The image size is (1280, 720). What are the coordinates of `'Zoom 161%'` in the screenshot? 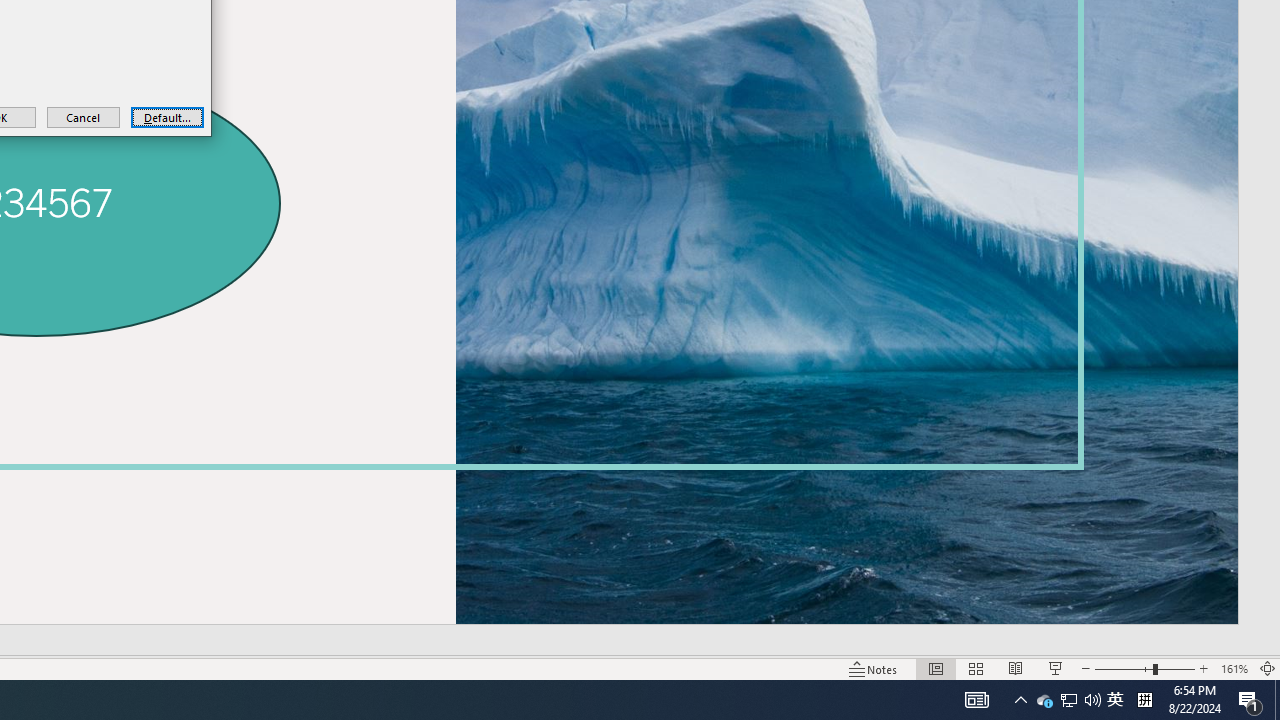 It's located at (1233, 669).